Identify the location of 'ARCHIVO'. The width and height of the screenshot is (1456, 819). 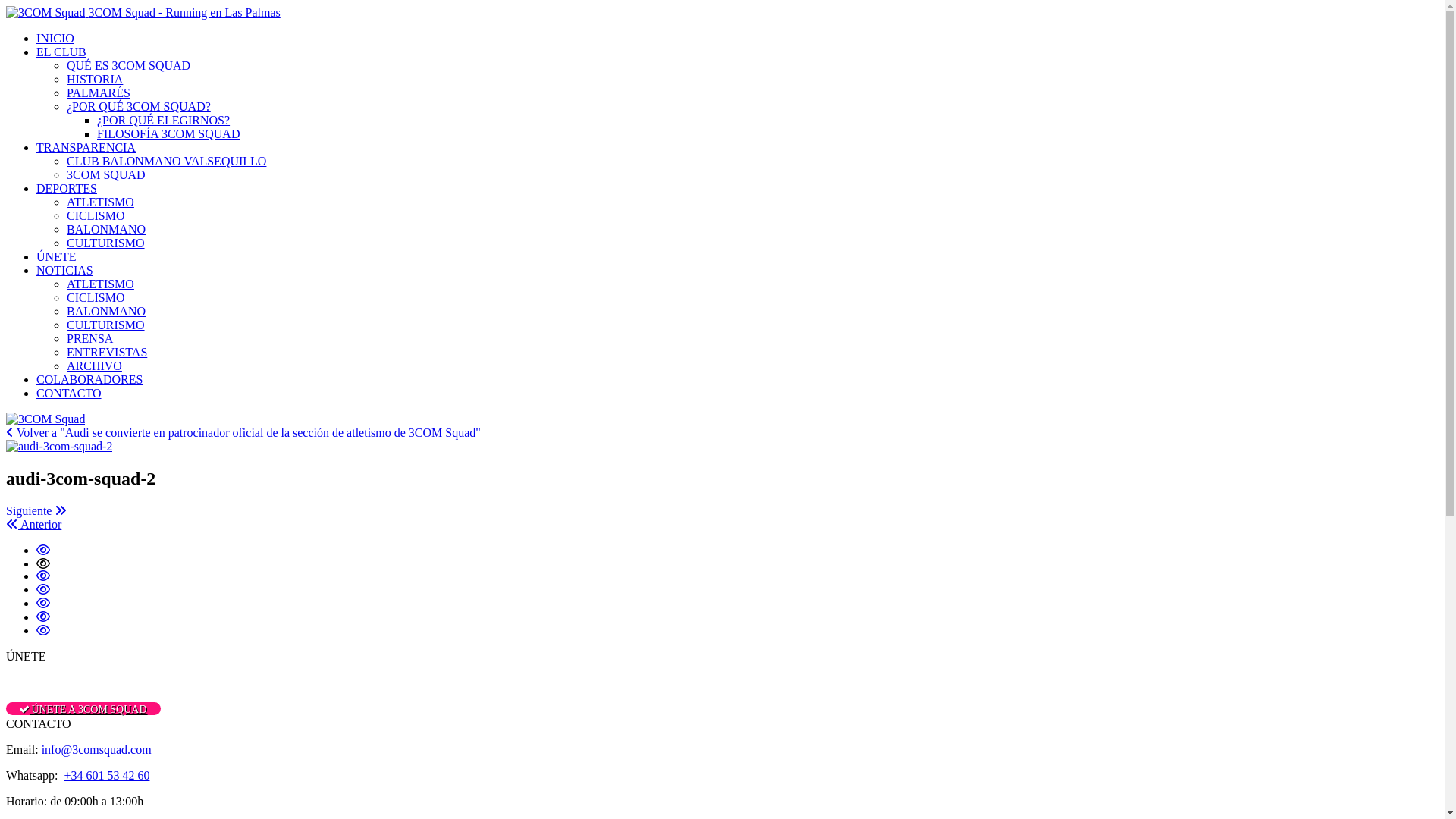
(65, 366).